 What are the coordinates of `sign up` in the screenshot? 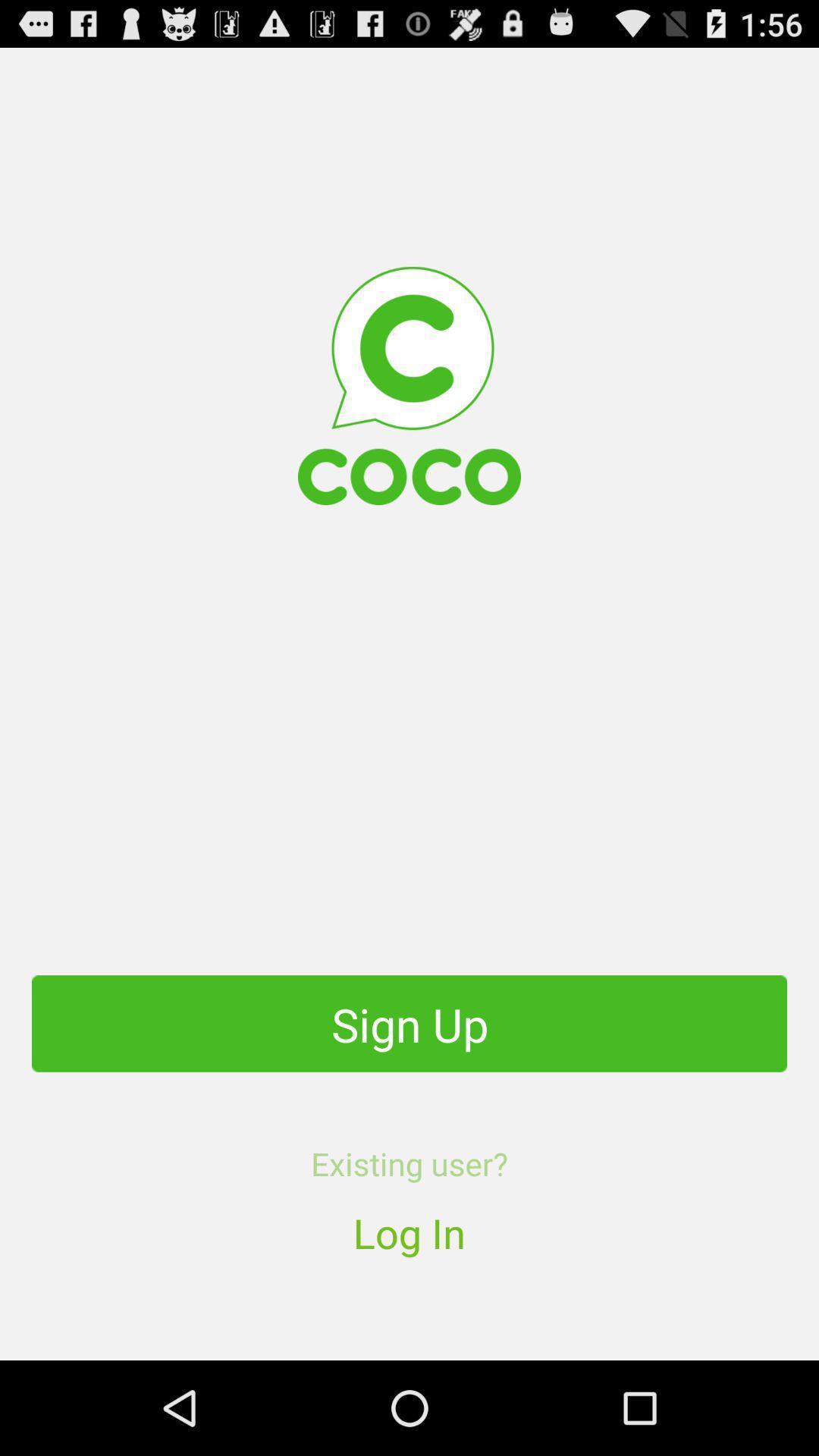 It's located at (409, 1023).